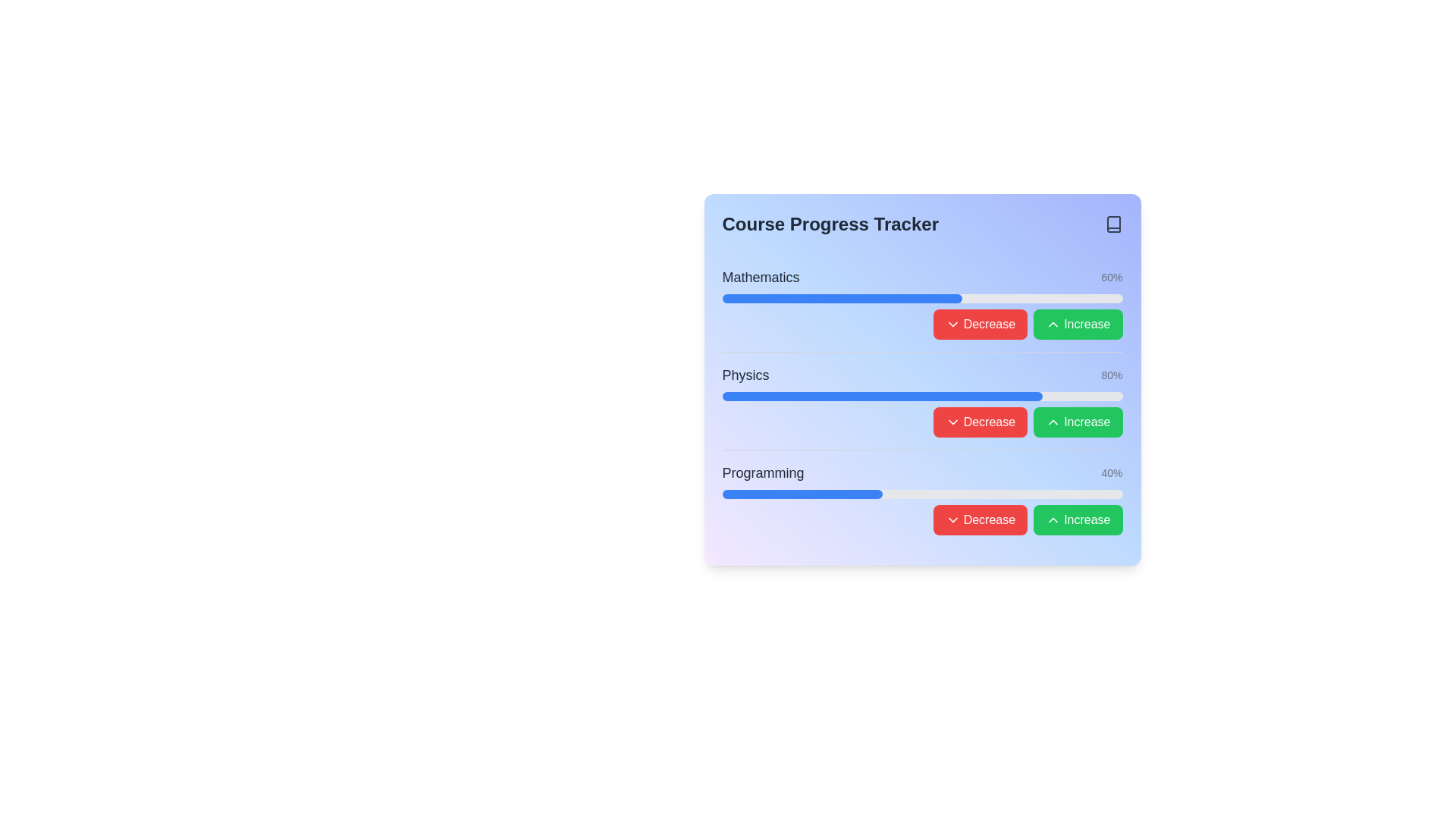  I want to click on the active chevron-down icon within the 'Decrease' button located to the right of the progress bar in the 'Programming' section, so click(952, 519).